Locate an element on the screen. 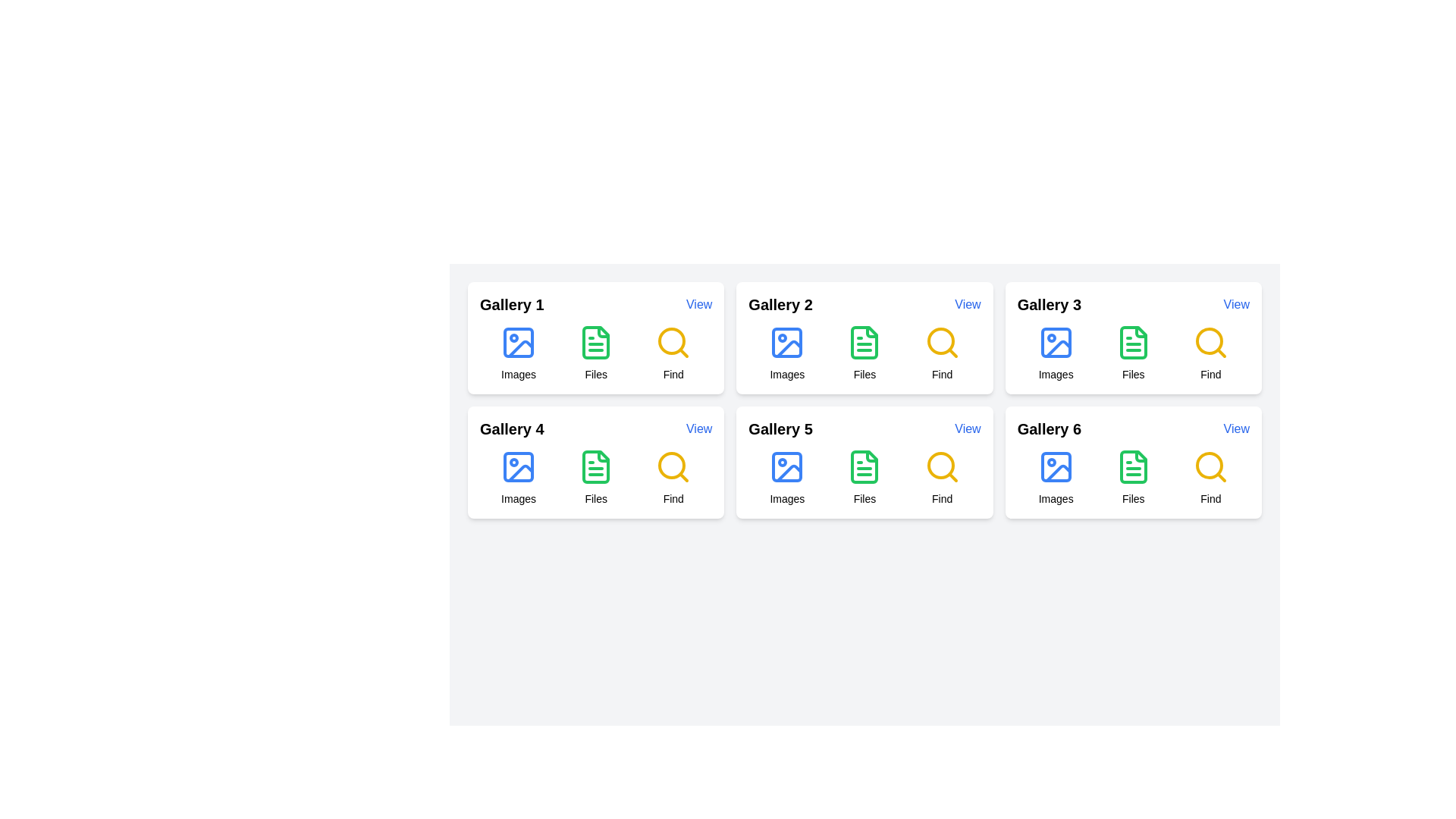 The height and width of the screenshot is (819, 1456). the 'Images' icon, which is a rectangular blue-themed element with a picture symbol above the text, located as the leftmost icon in the 'Gallery 6' section is located at coordinates (1055, 476).